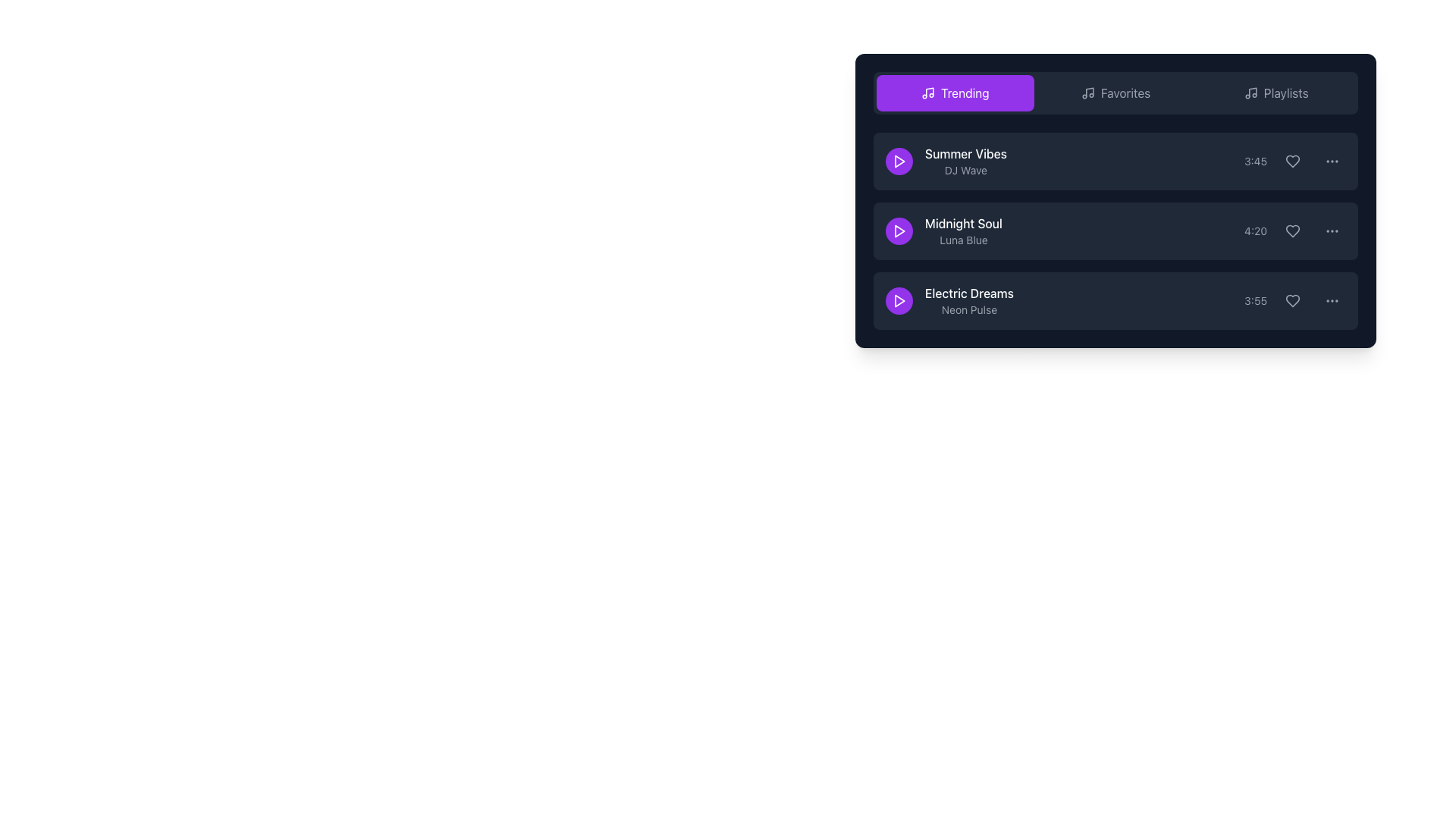  What do you see at coordinates (968, 309) in the screenshot?
I see `the secondary text label that provides additional context about the 'Electric Dreams' playlist, located directly under the text 'Electric Dreams' in the third list item under the 'Trending' tab` at bounding box center [968, 309].